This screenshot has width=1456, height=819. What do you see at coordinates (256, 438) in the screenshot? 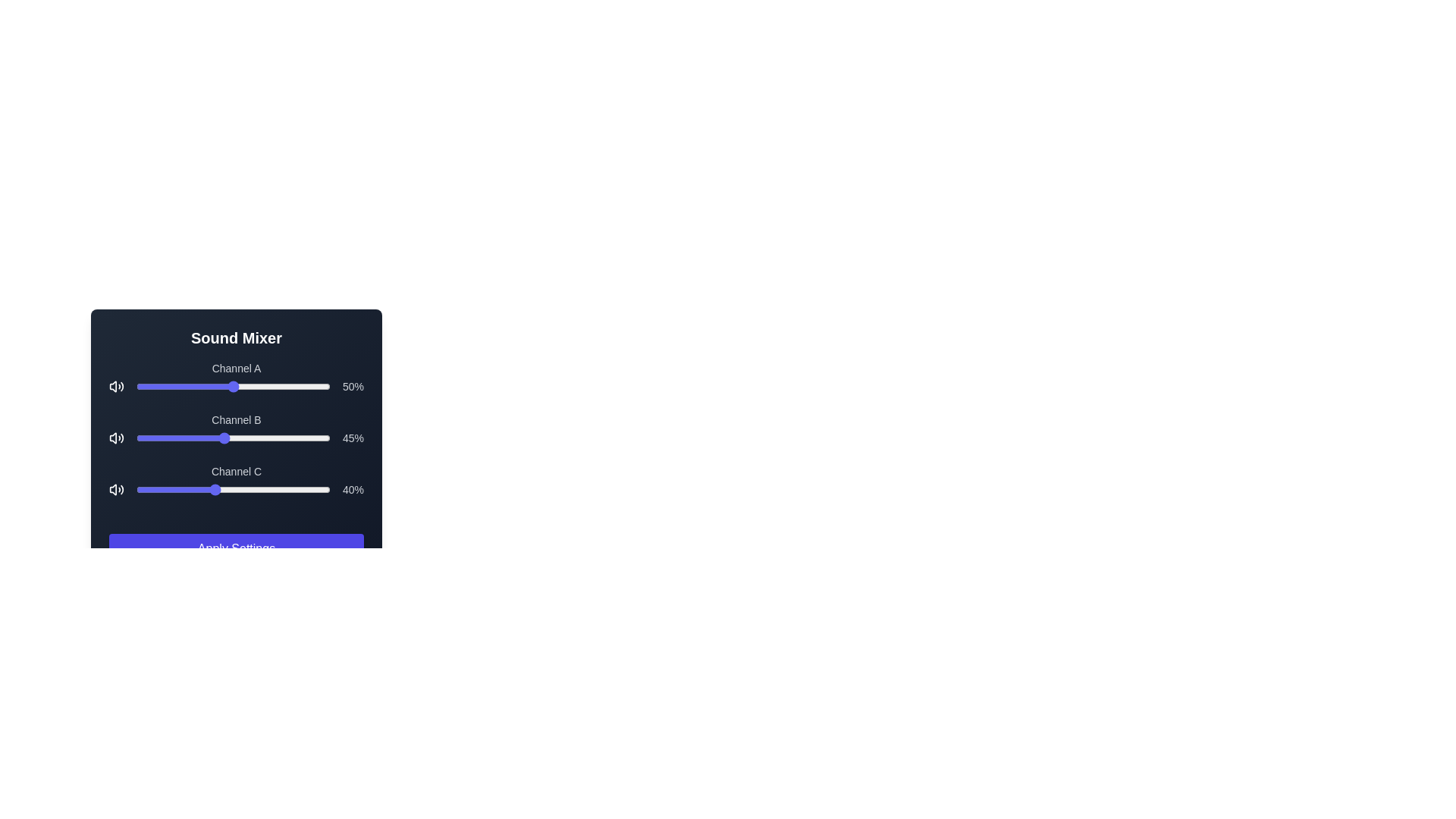
I see `the Channel B volume` at bounding box center [256, 438].